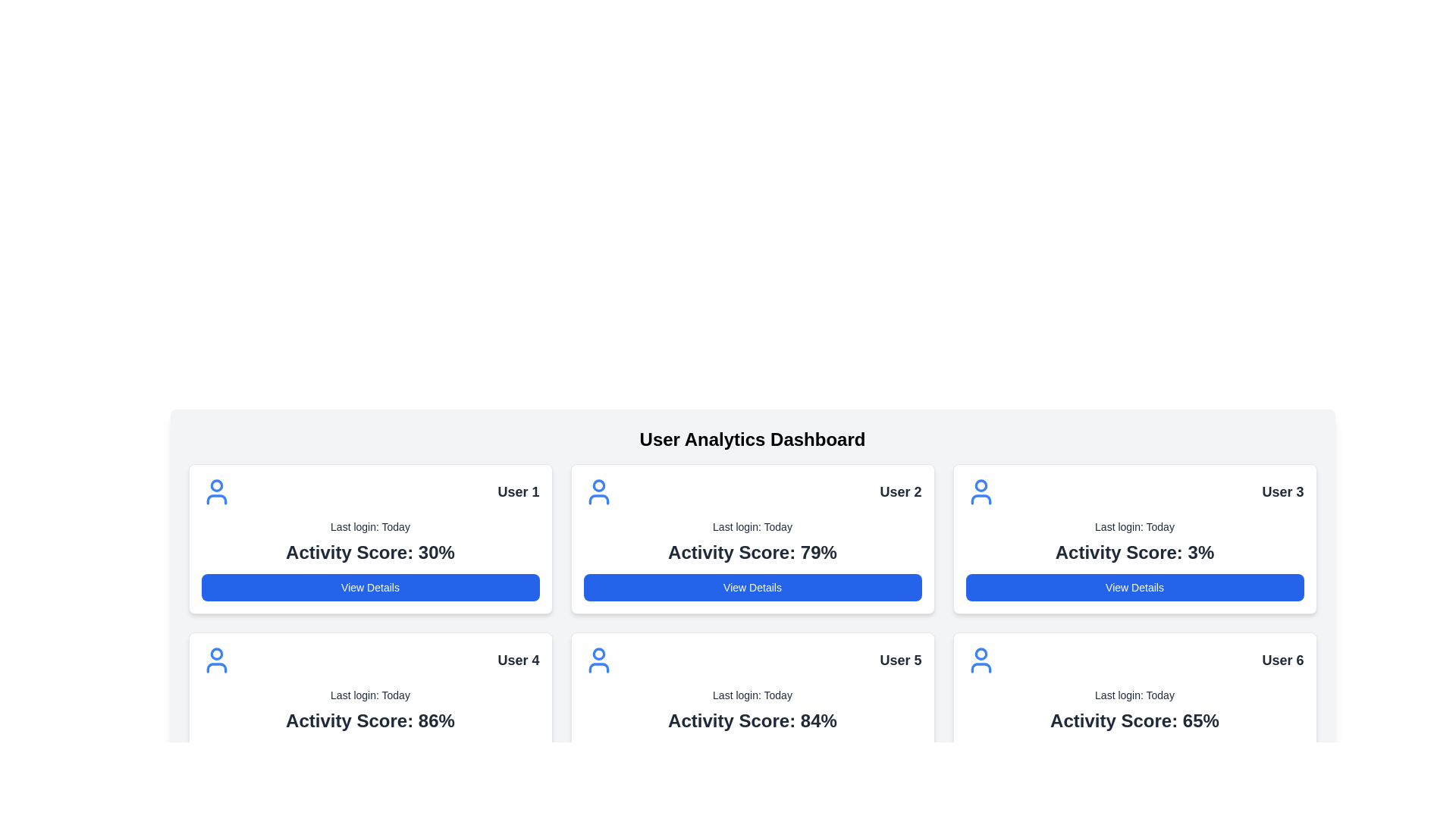  What do you see at coordinates (981, 653) in the screenshot?
I see `the circular graphical element filled with a solid color that is part of the user icon on the profile card labeled 'User 6' located in the second row, third column of the dashboard` at bounding box center [981, 653].